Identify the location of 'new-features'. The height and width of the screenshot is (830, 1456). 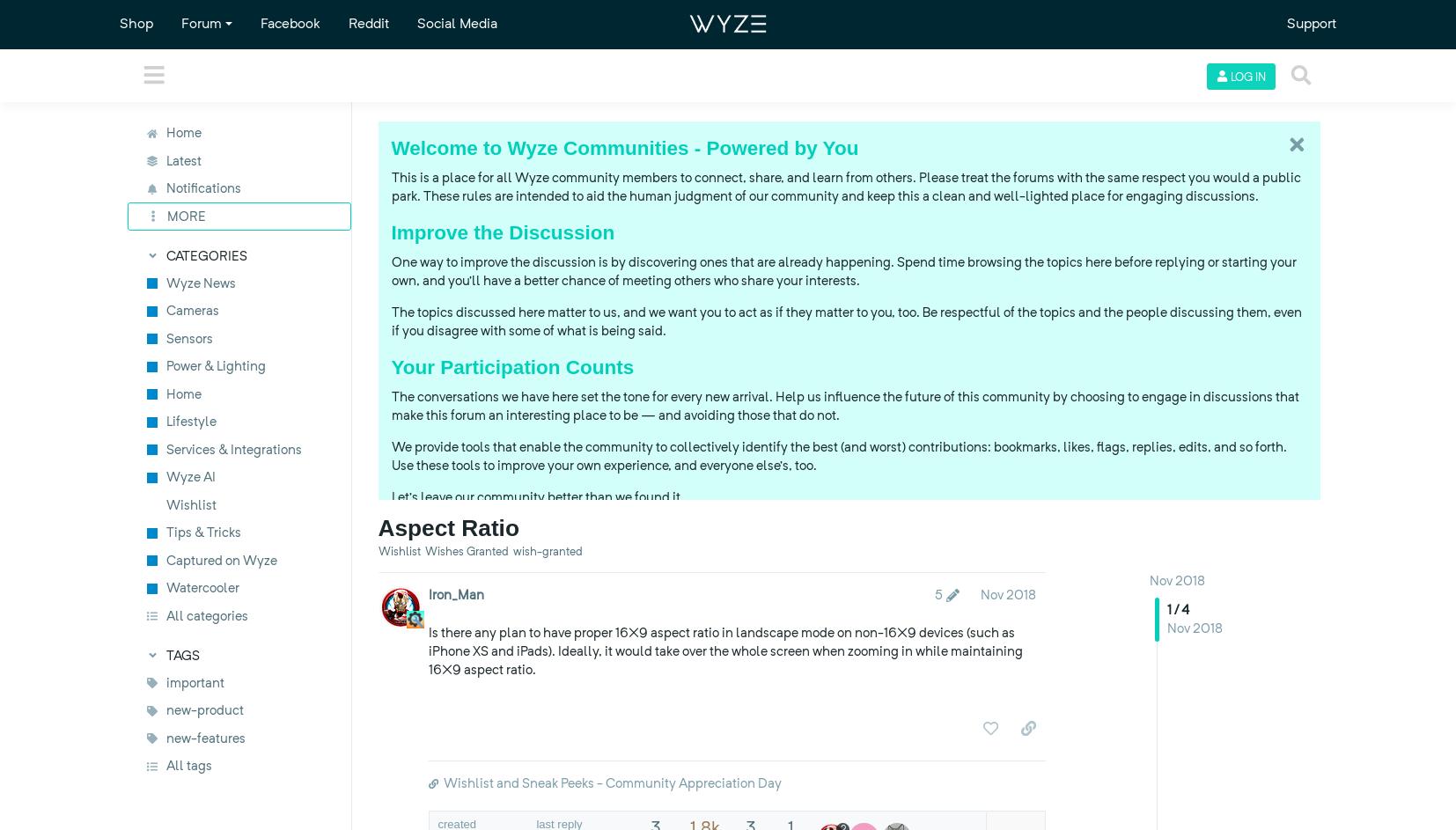
(204, 737).